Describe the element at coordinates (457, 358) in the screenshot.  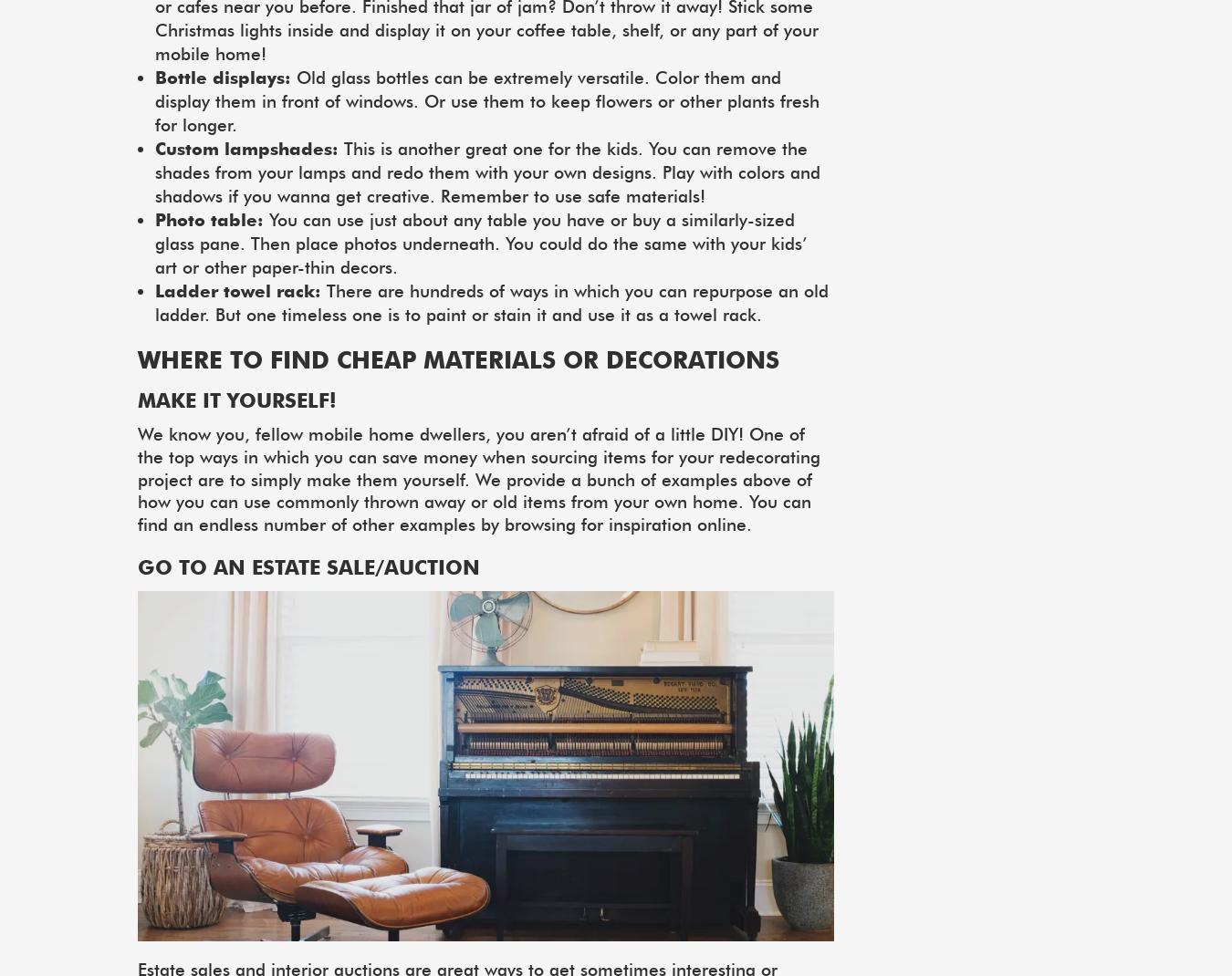
I see `'Where to find cheap materials or decorations'` at that location.